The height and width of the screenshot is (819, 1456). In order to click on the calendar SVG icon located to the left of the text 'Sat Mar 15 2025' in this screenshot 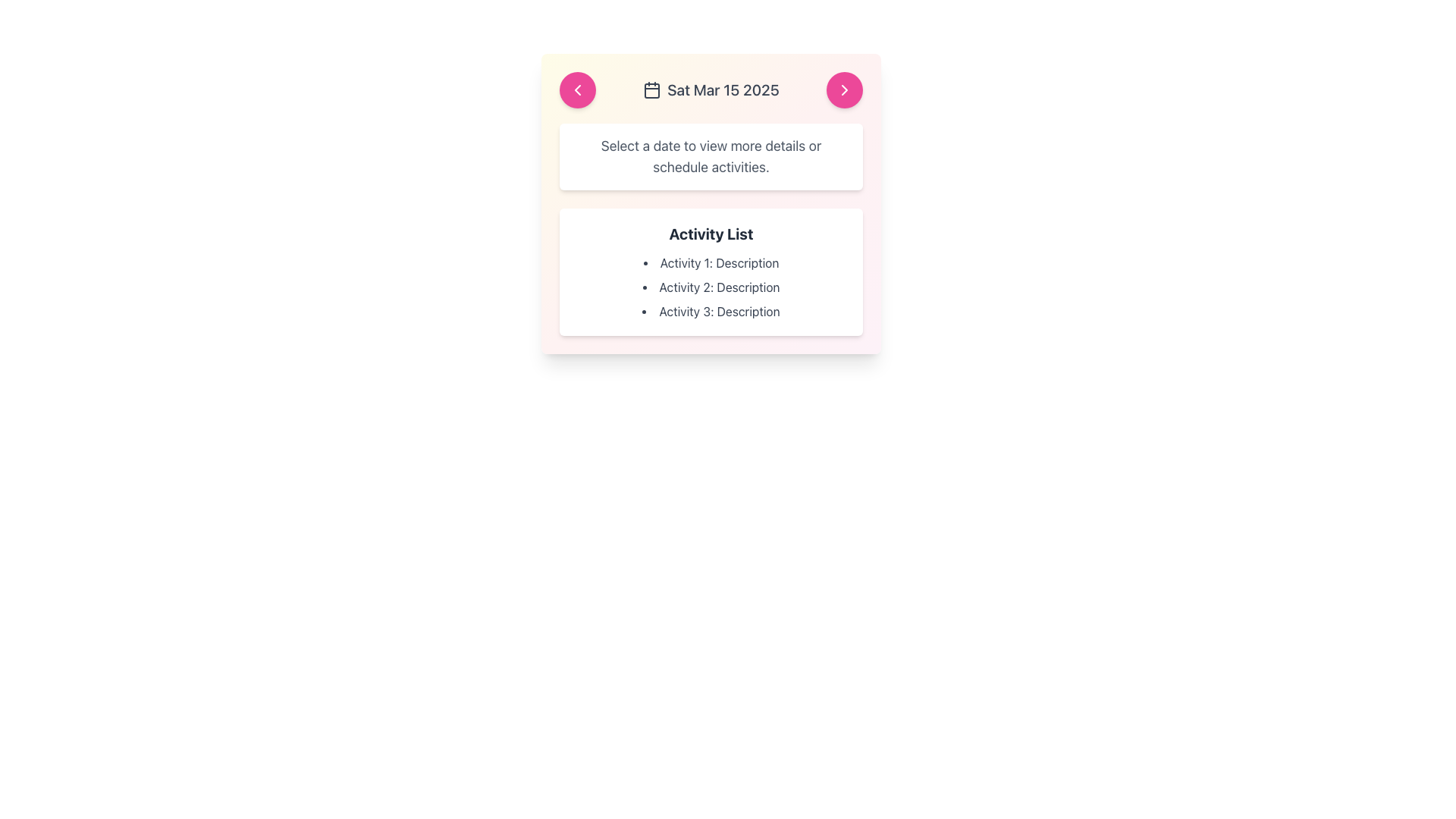, I will do `click(652, 90)`.